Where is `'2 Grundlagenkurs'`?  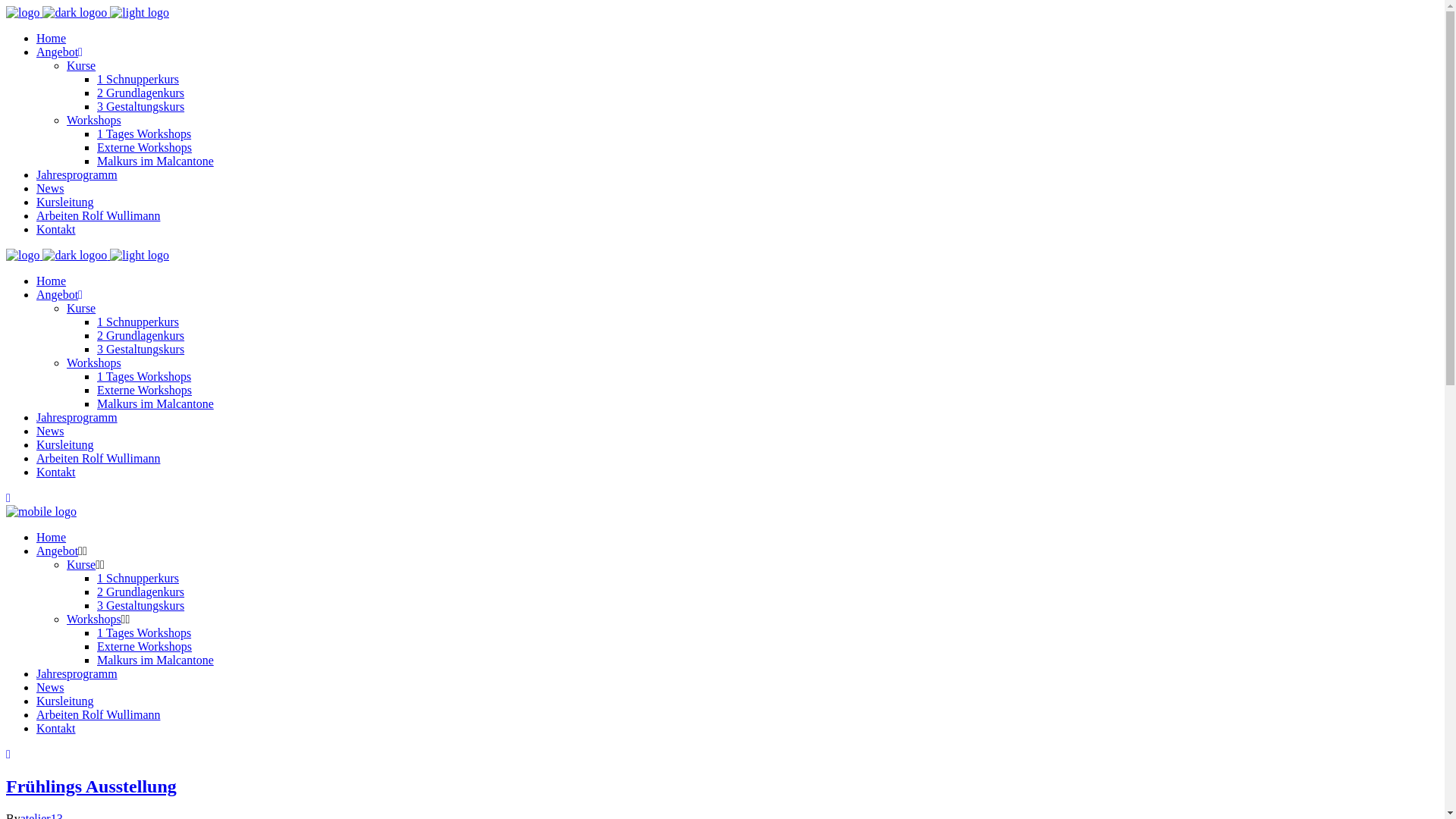
'2 Grundlagenkurs' is located at coordinates (140, 334).